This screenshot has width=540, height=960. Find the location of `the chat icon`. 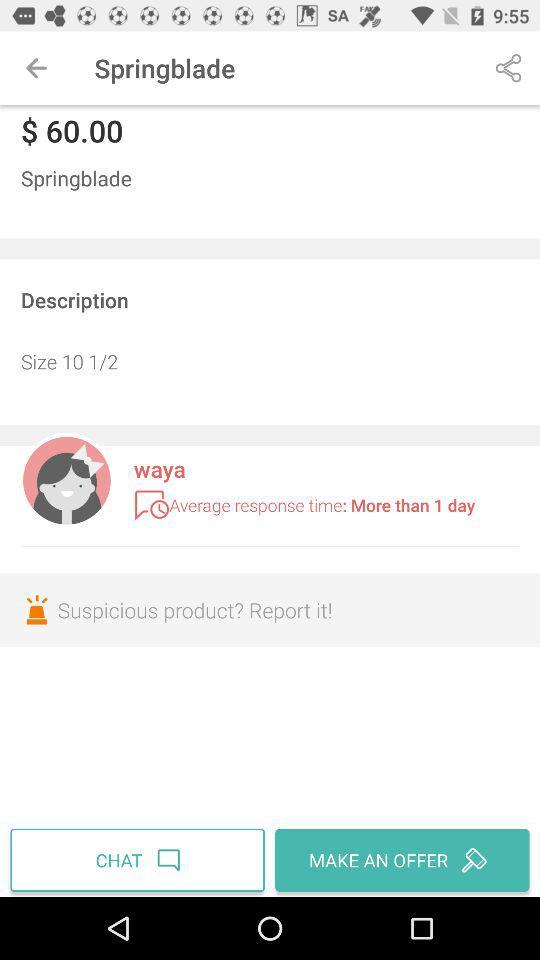

the chat icon is located at coordinates (139, 859).